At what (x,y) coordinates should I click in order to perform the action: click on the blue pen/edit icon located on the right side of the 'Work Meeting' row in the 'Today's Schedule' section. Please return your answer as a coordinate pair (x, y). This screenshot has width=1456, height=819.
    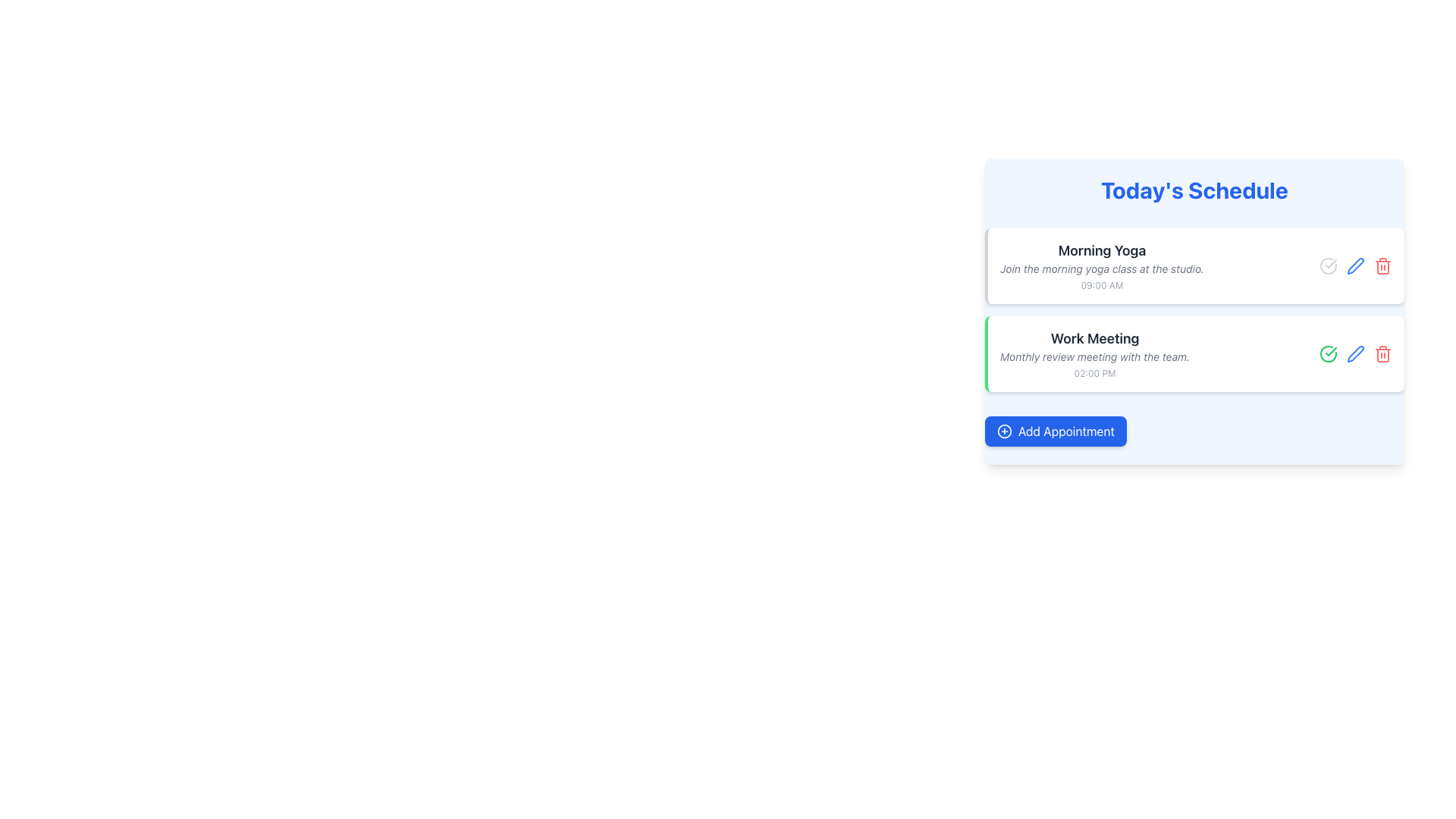
    Looking at the image, I should click on (1356, 265).